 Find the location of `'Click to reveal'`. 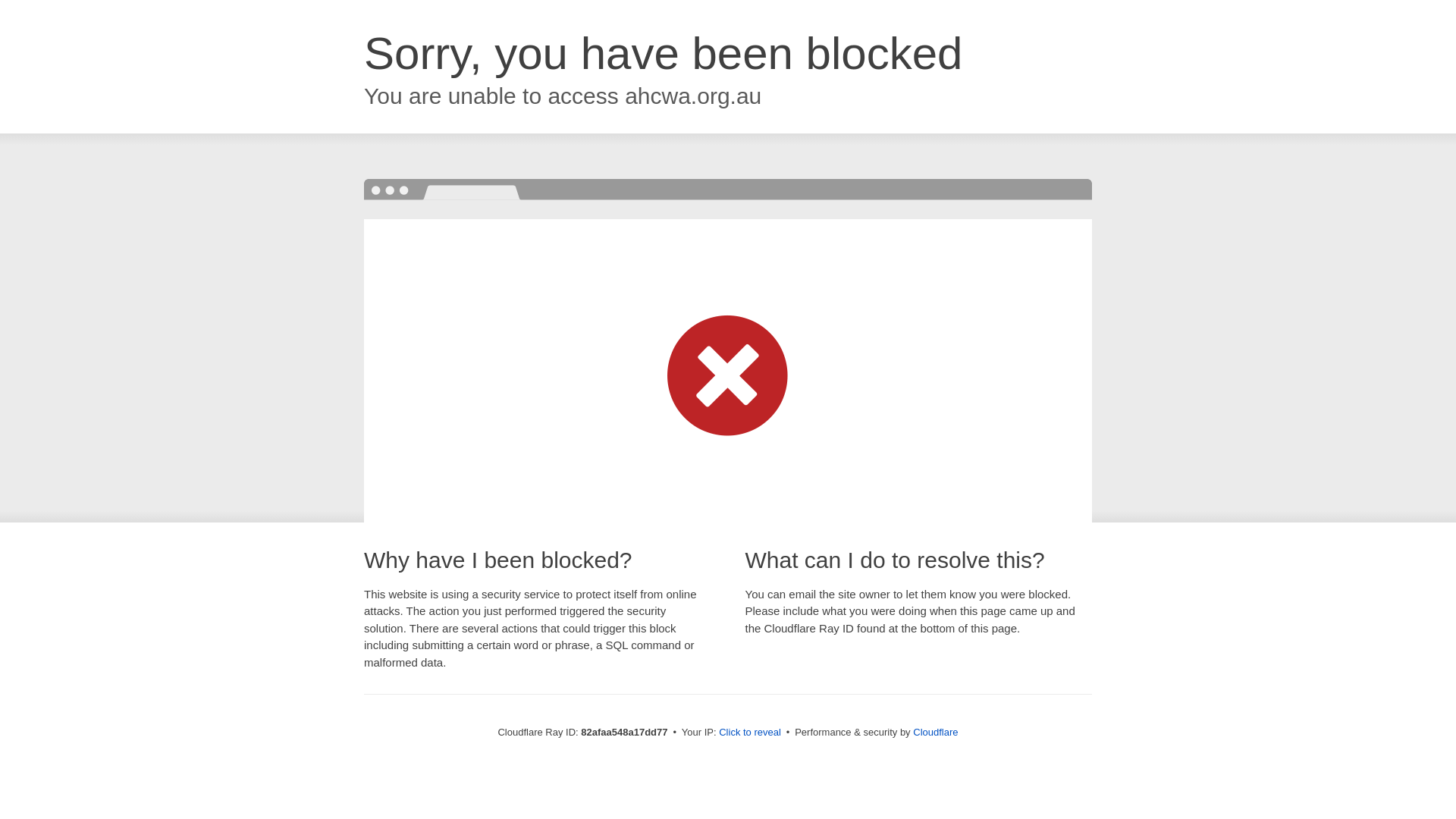

'Click to reveal' is located at coordinates (718, 731).